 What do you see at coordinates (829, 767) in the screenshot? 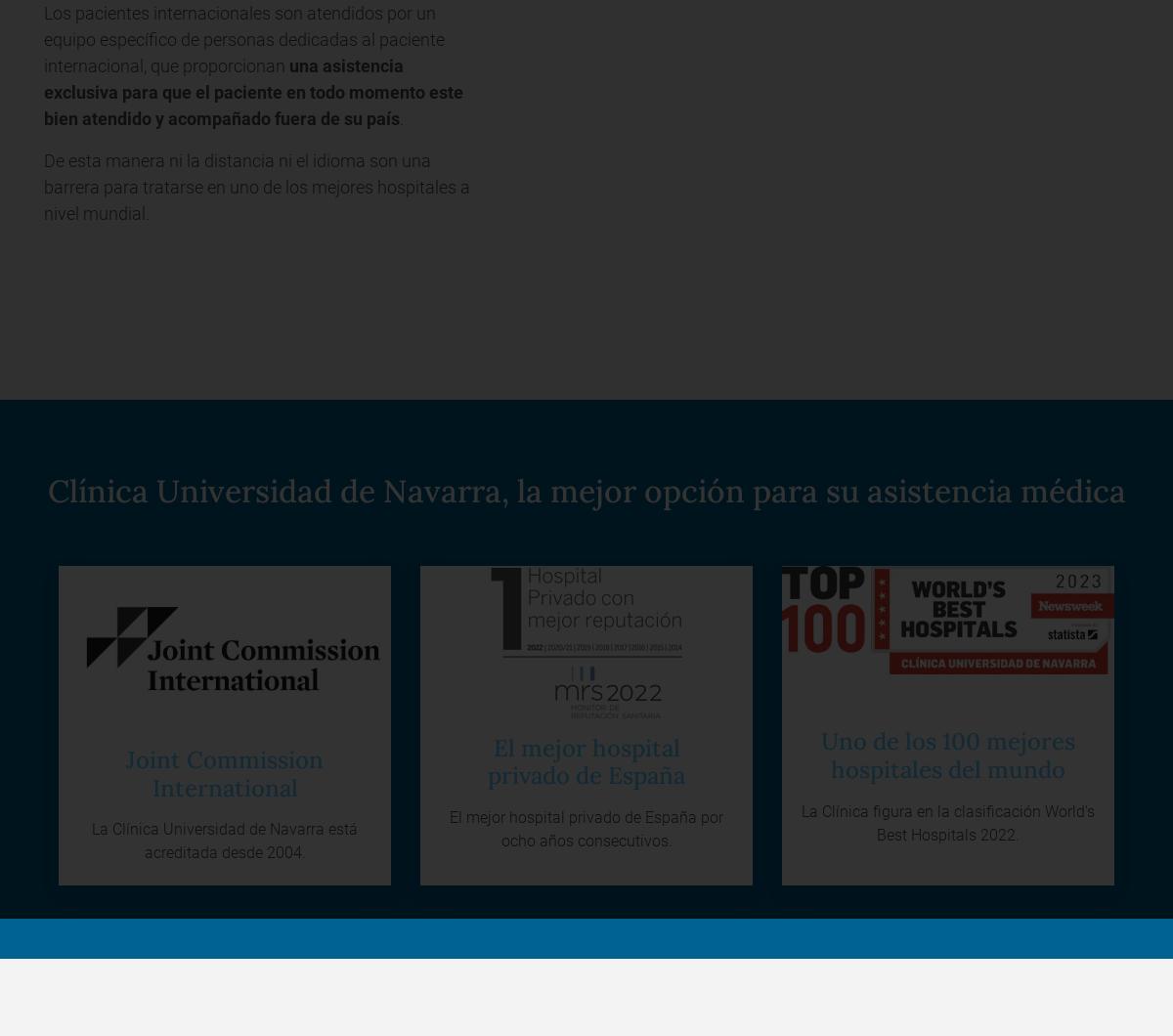
I see `'hospitales del mundo'` at bounding box center [829, 767].